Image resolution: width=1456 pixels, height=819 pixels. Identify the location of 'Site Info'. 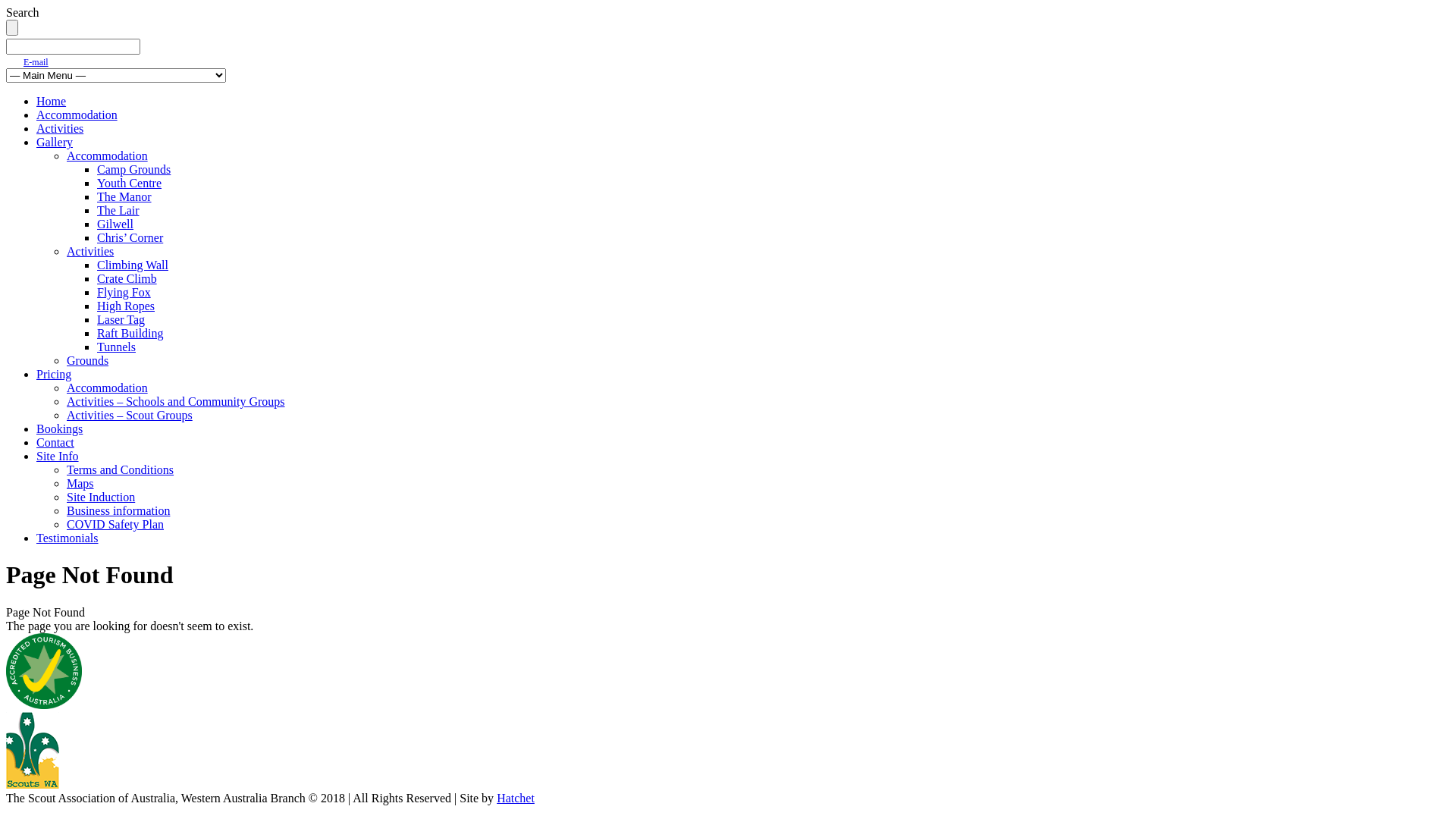
(36, 455).